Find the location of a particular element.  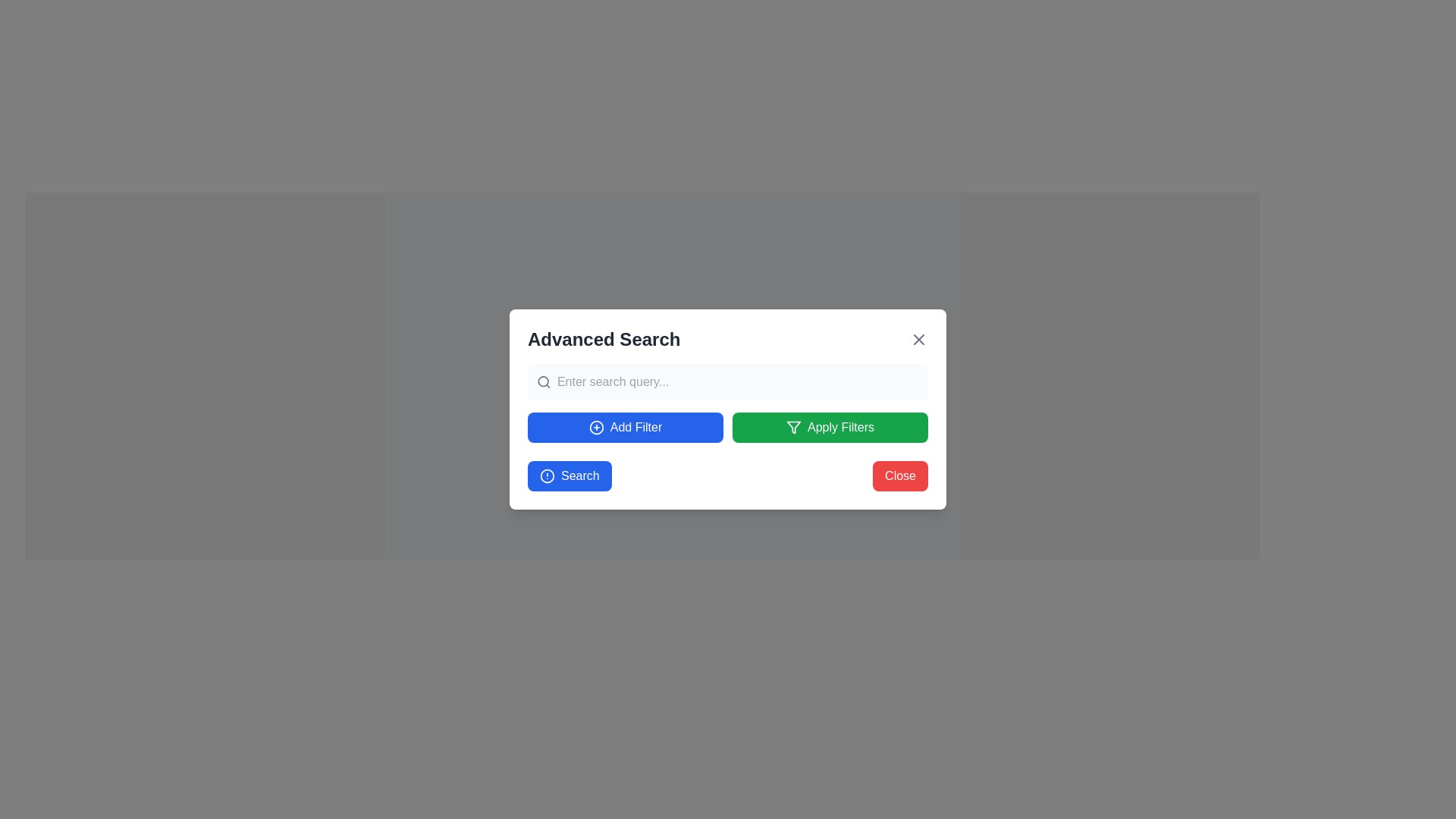

the decorative SVG circle within the 'Add Filter' button, which is the first button from the left in the second row of buttons in the 'Advanced Search' modal is located at coordinates (595, 427).